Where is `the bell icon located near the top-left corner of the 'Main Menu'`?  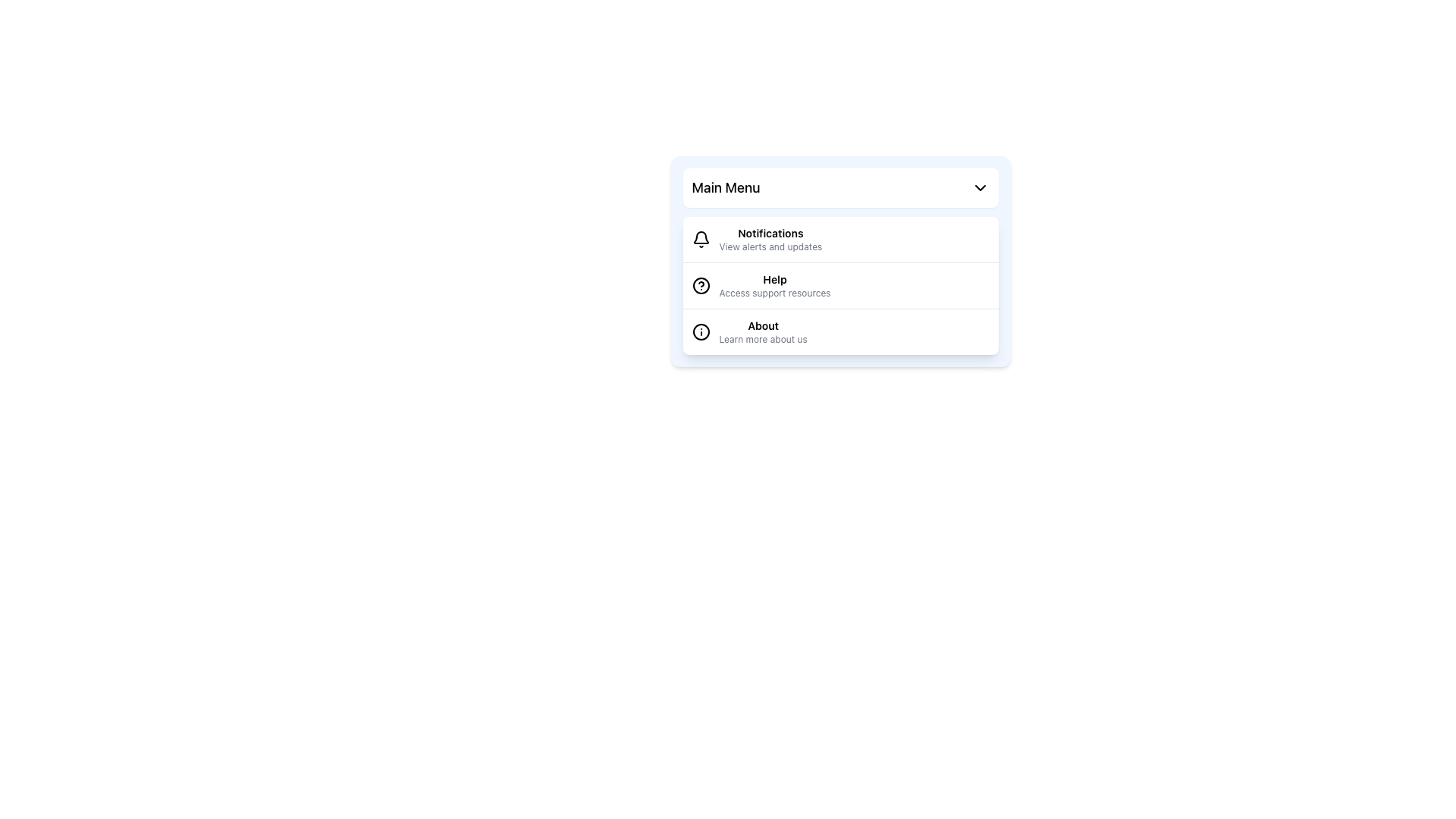
the bell icon located near the top-left corner of the 'Main Menu' is located at coordinates (700, 239).